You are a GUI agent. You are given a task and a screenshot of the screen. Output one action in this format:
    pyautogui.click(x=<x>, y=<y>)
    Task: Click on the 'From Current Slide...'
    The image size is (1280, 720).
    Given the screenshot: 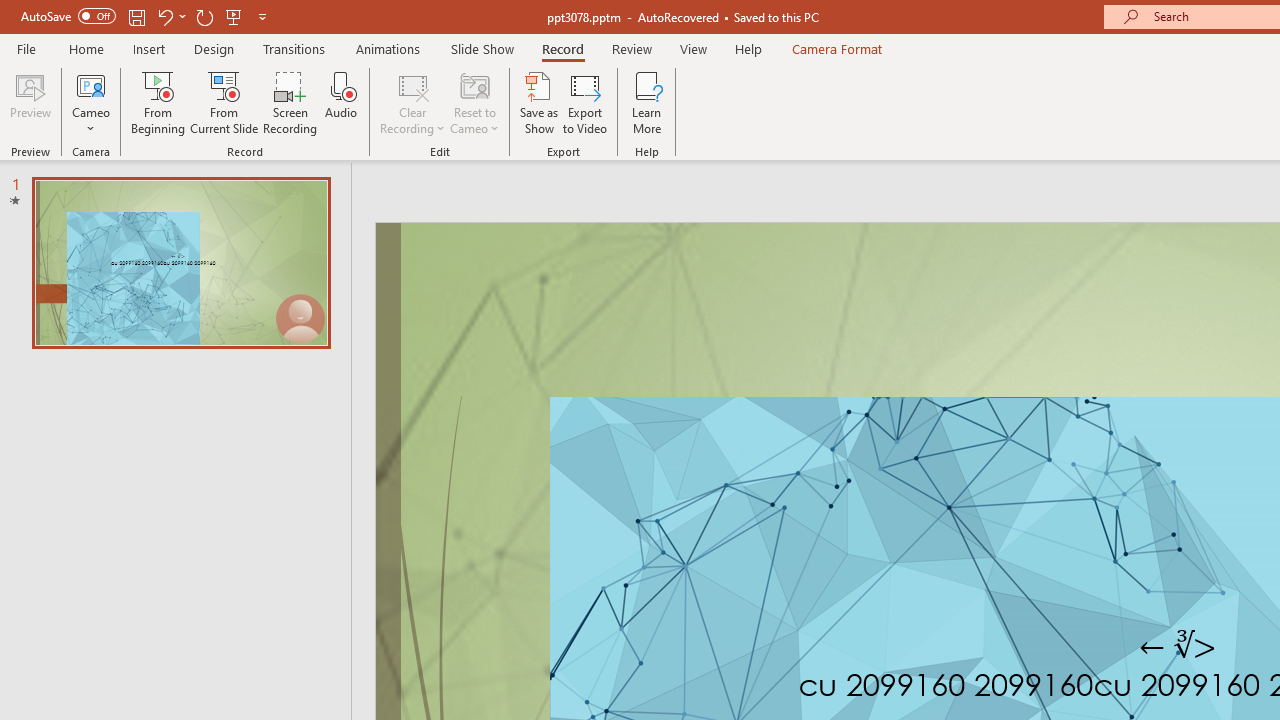 What is the action you would take?
    pyautogui.click(x=224, y=103)
    